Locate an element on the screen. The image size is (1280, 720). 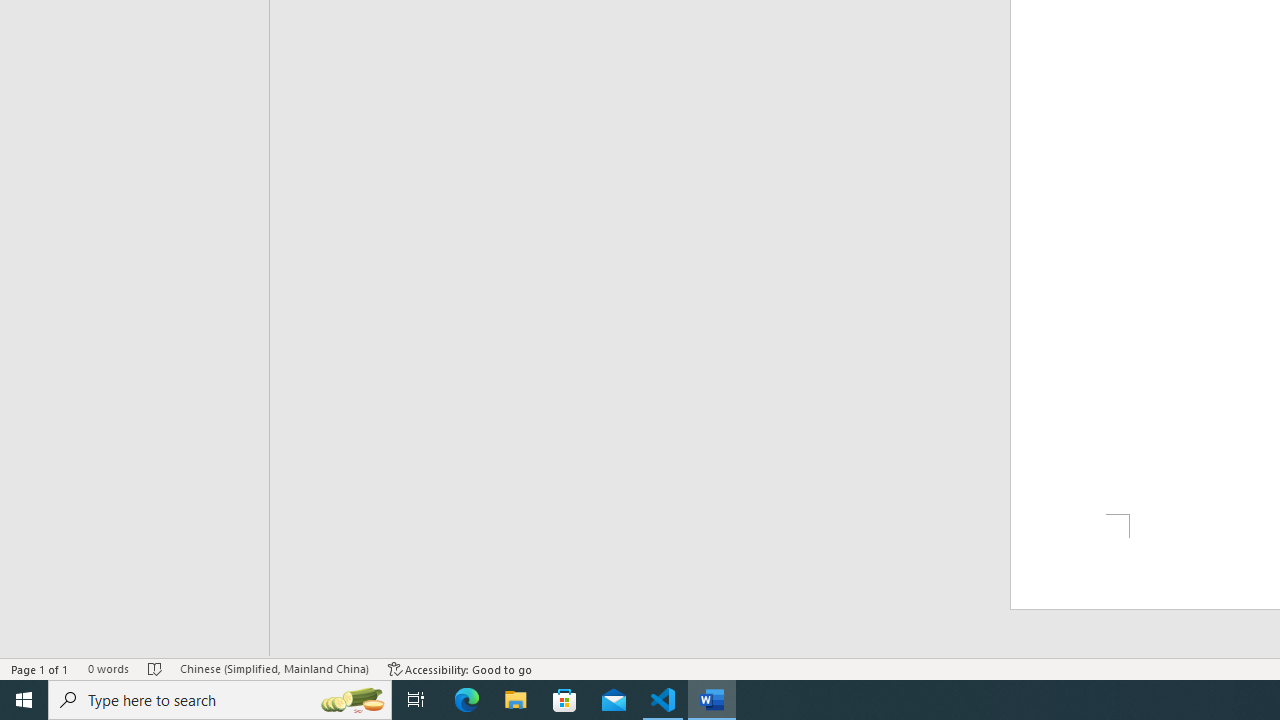
'Accessibility Checker Accessibility: Good to go' is located at coordinates (459, 669).